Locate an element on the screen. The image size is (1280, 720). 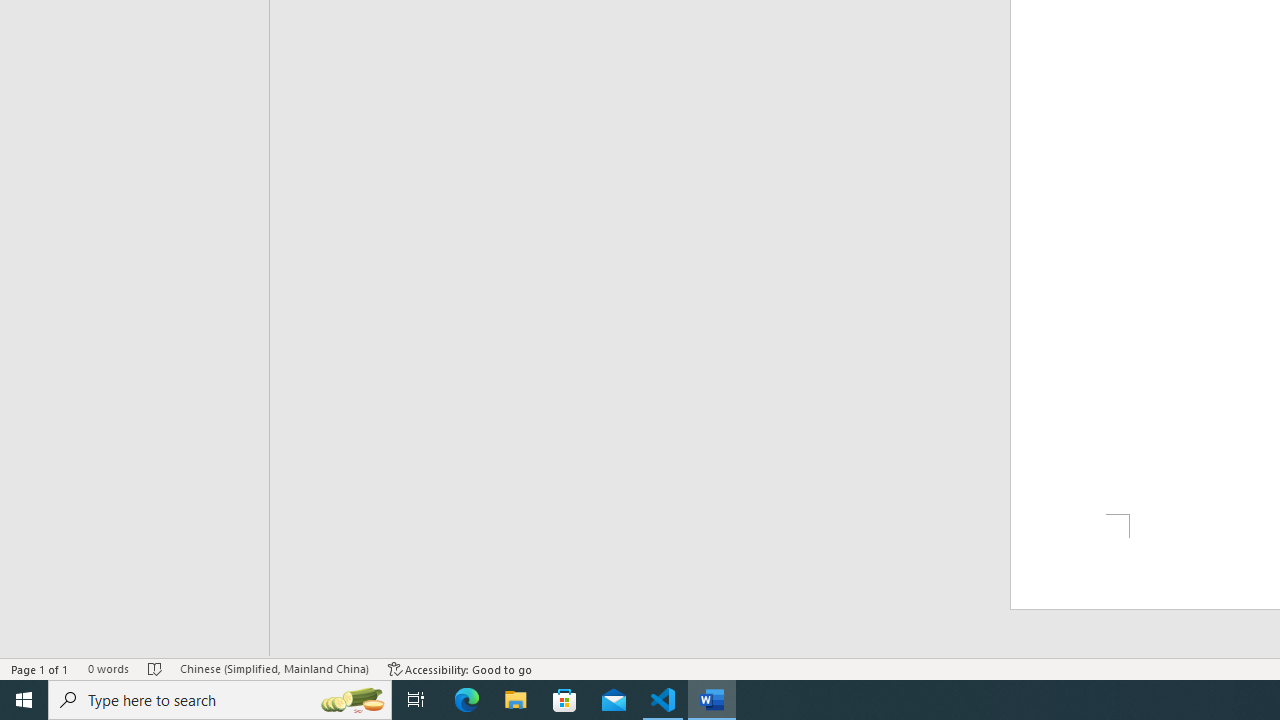
'Accessibility Checker Accessibility: Good to go' is located at coordinates (459, 669).